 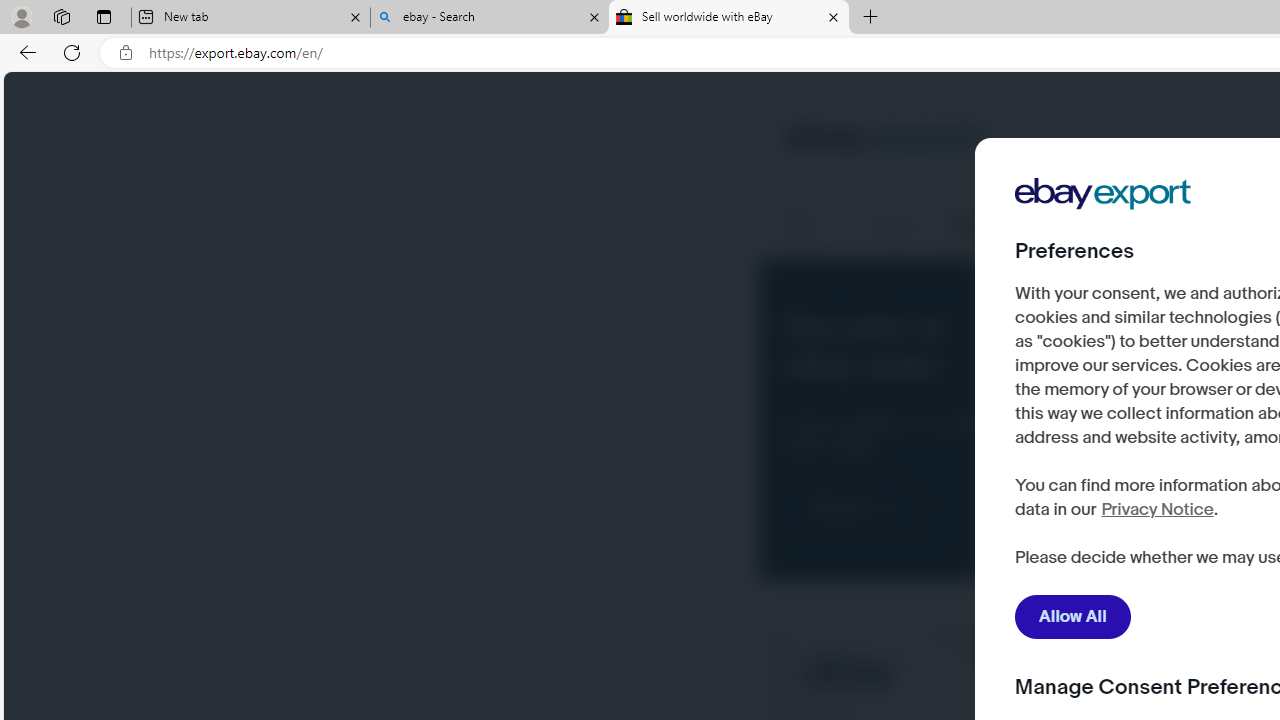 What do you see at coordinates (125, 52) in the screenshot?
I see `'View site information'` at bounding box center [125, 52].